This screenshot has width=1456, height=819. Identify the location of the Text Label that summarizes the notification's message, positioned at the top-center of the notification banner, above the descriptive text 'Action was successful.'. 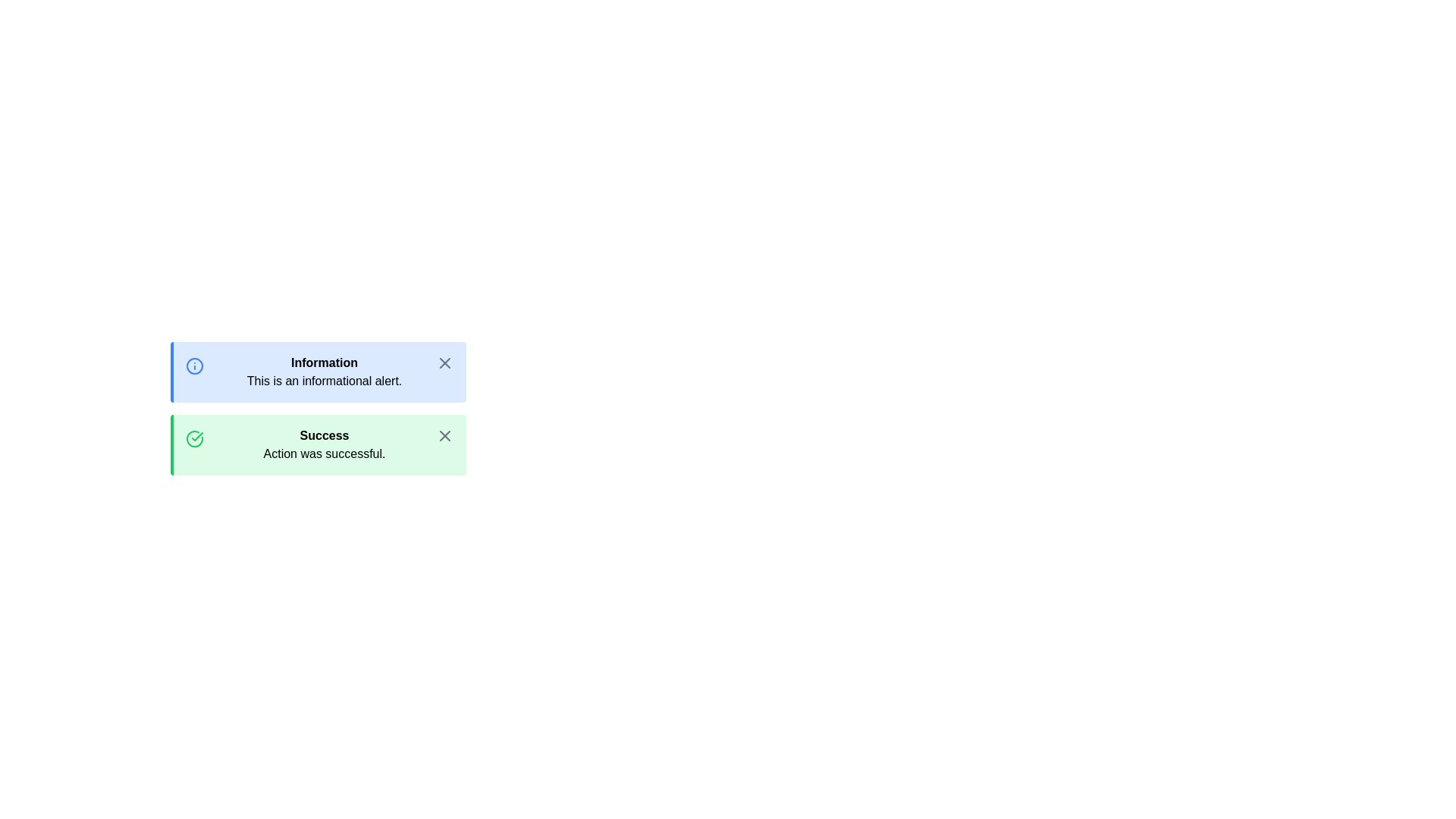
(323, 435).